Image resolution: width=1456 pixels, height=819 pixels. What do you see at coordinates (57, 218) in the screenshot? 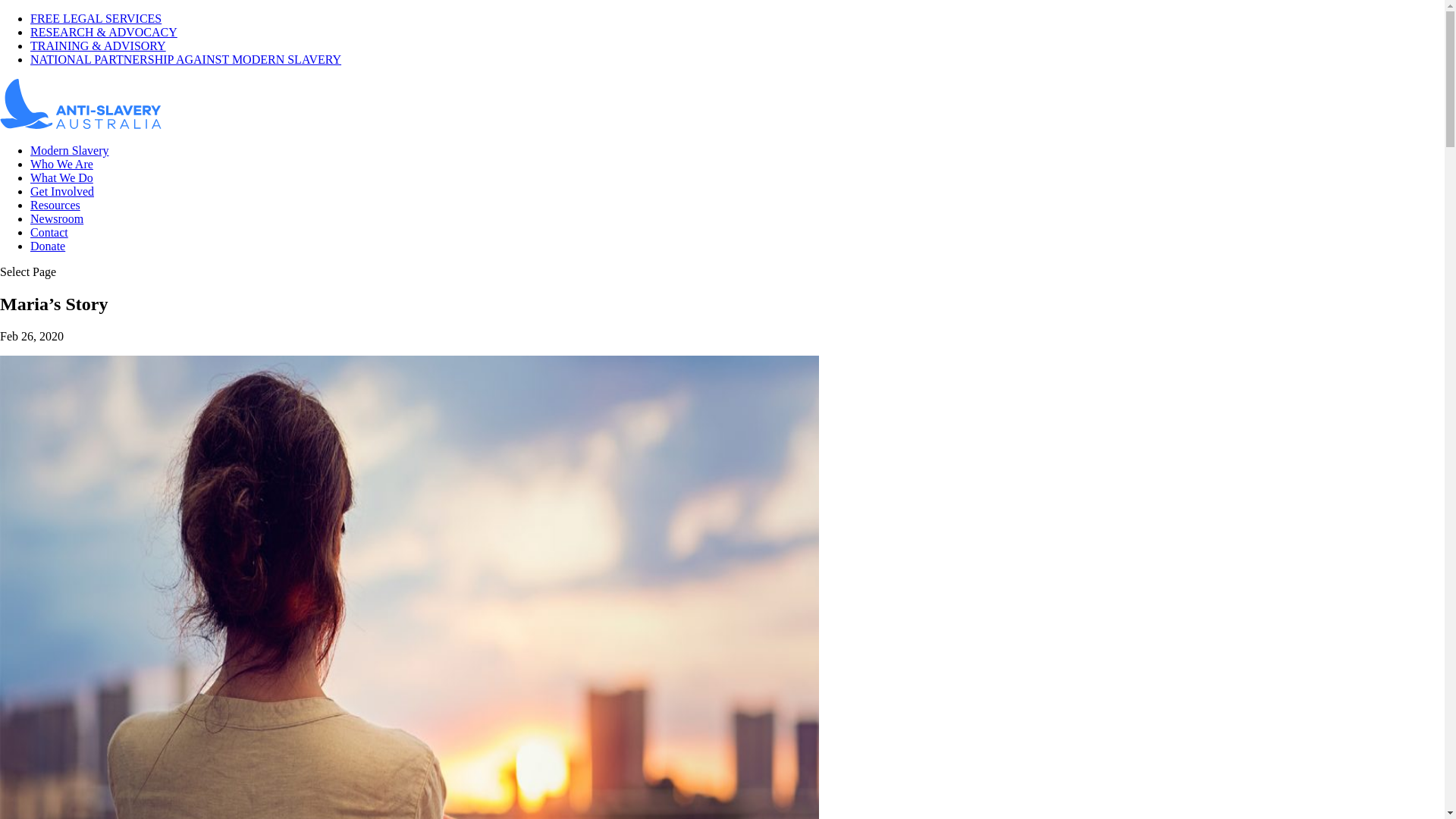
I see `'Newsroom'` at bounding box center [57, 218].